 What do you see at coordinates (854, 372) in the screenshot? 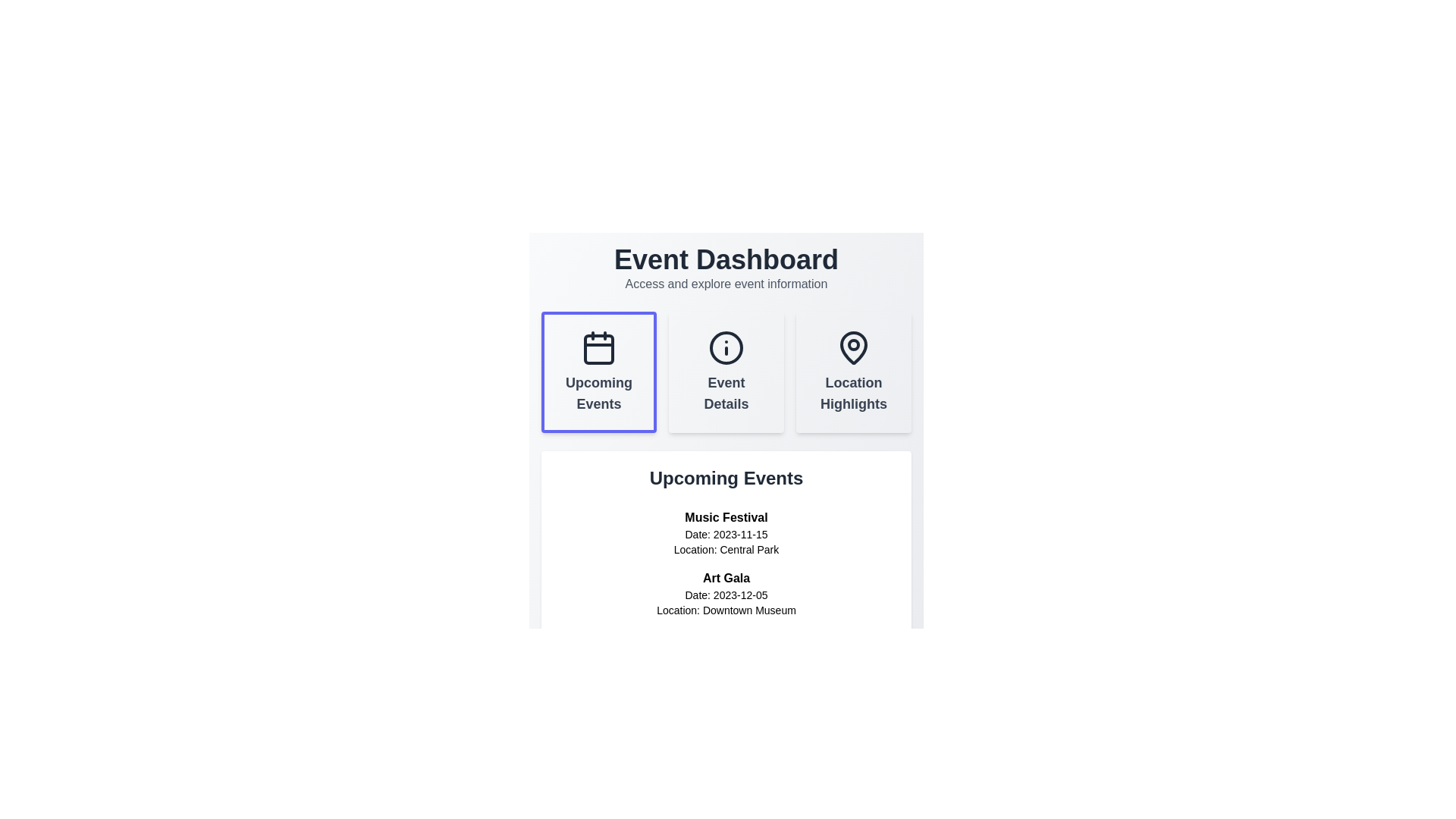
I see `the 'Location Highlights' card, which is a rounded rectangle with a map pin icon and is the third card in a horizontal grid of three cards` at bounding box center [854, 372].